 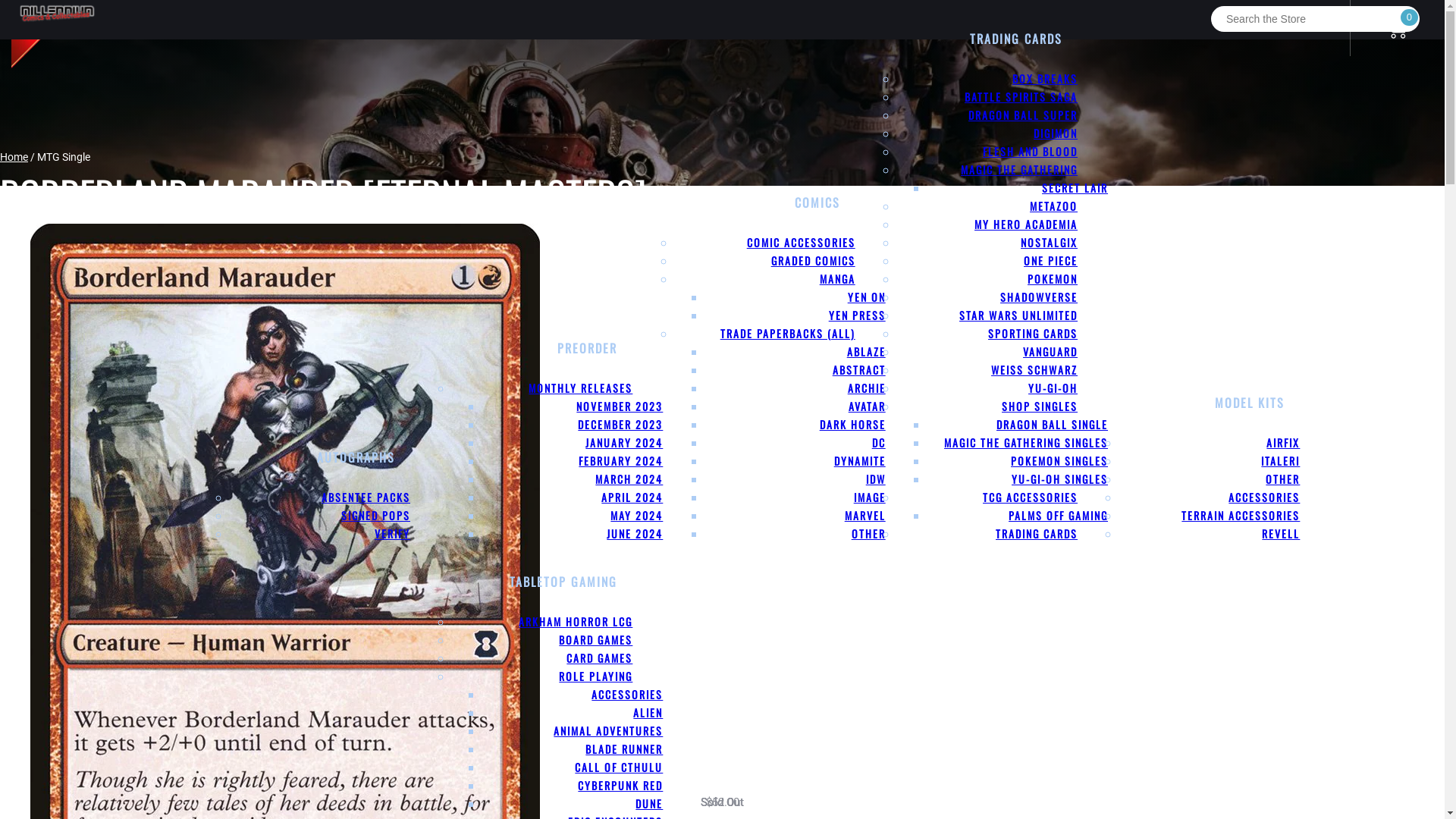 I want to click on 'TERRAIN ACCESSORIES', so click(x=1181, y=514).